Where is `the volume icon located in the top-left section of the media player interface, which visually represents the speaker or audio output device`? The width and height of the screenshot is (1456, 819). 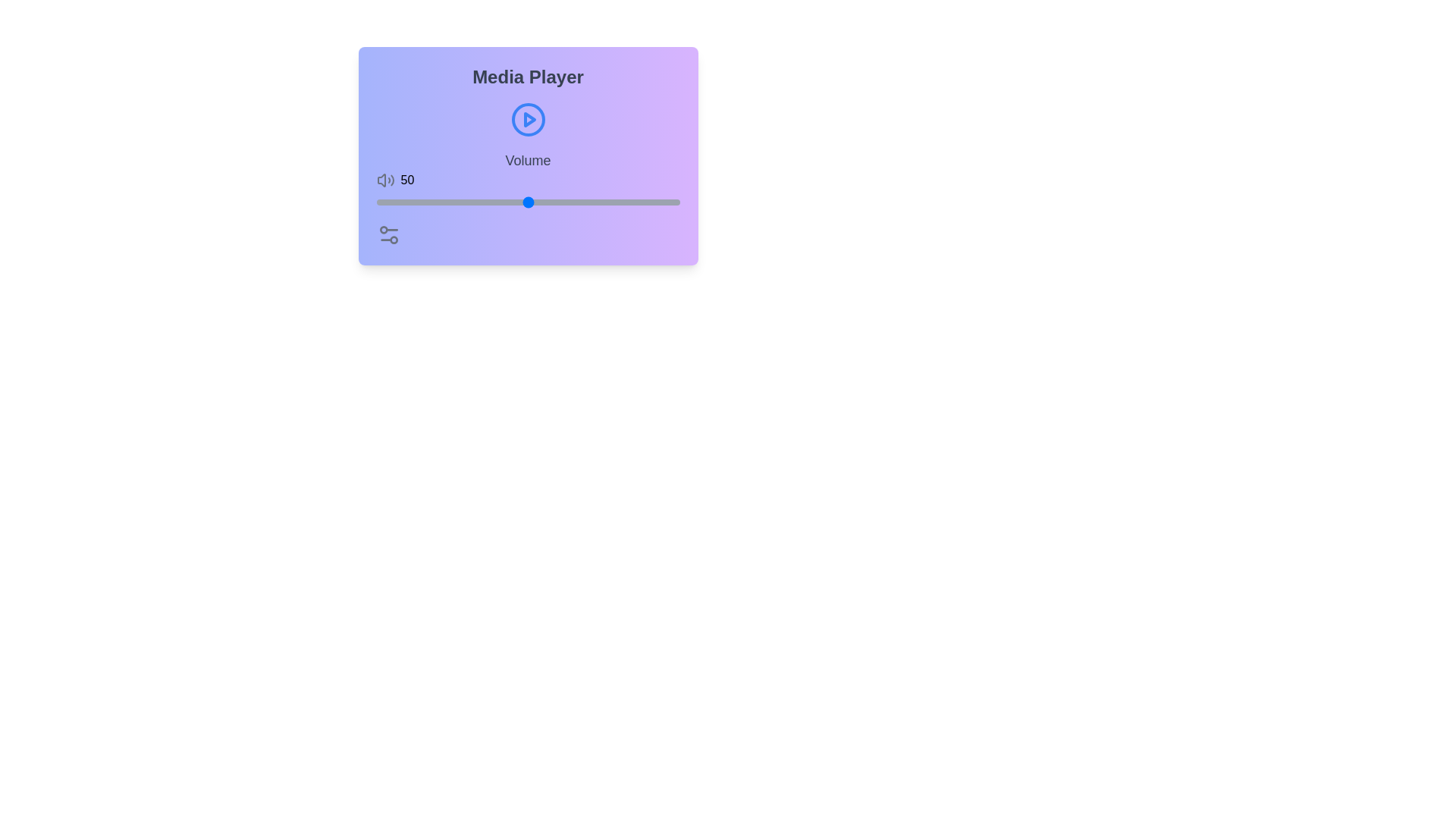
the volume icon located in the top-left section of the media player interface, which visually represents the speaker or audio output device is located at coordinates (381, 180).